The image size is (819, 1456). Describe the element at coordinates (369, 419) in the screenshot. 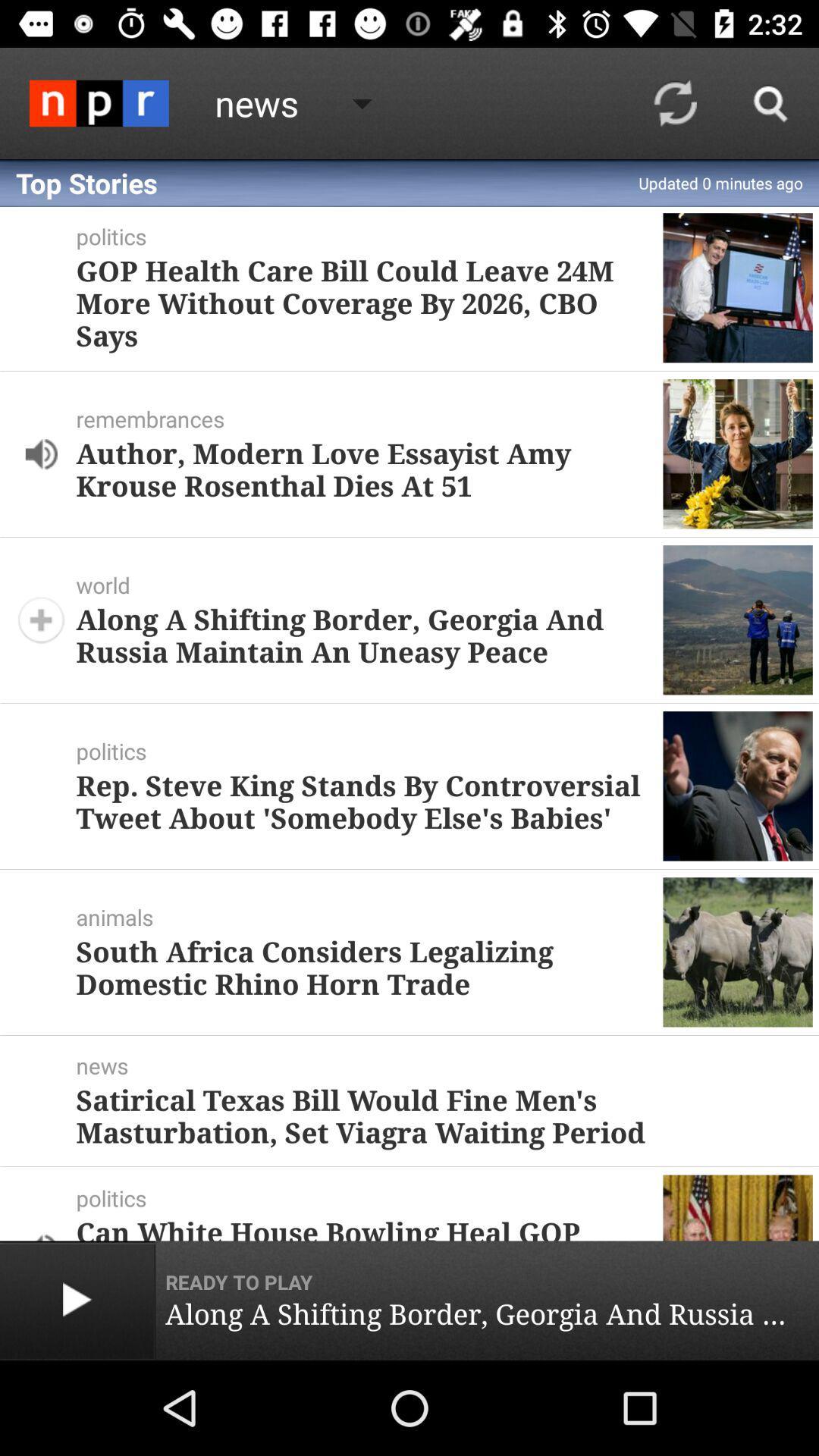

I see `remembrances icon` at that location.